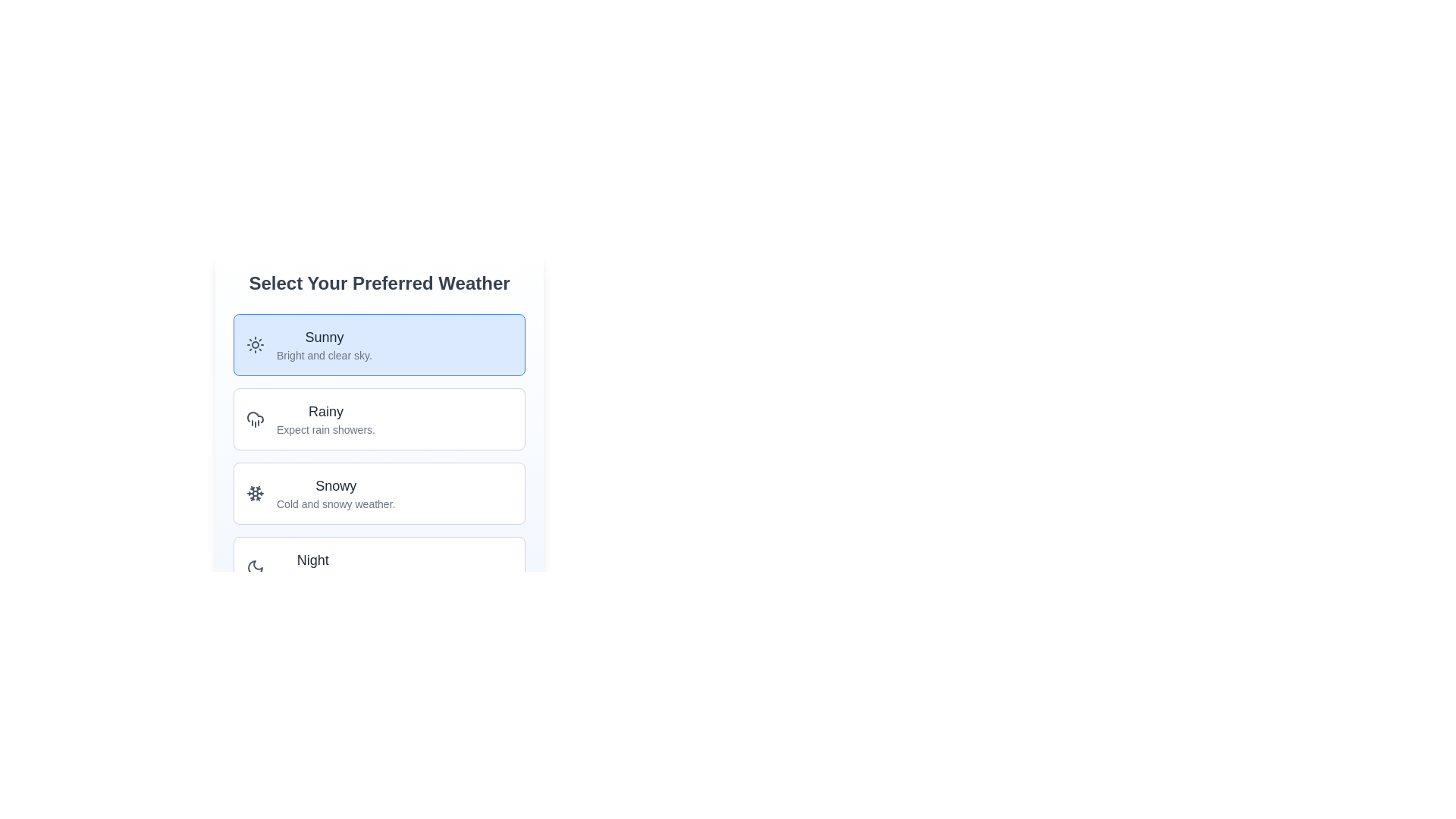 The image size is (1456, 819). What do you see at coordinates (325, 430) in the screenshot?
I see `the descriptive text element located immediately below the 'Rainy' title text in the second weather option group of the 'Select Your Preferred Weather' section` at bounding box center [325, 430].